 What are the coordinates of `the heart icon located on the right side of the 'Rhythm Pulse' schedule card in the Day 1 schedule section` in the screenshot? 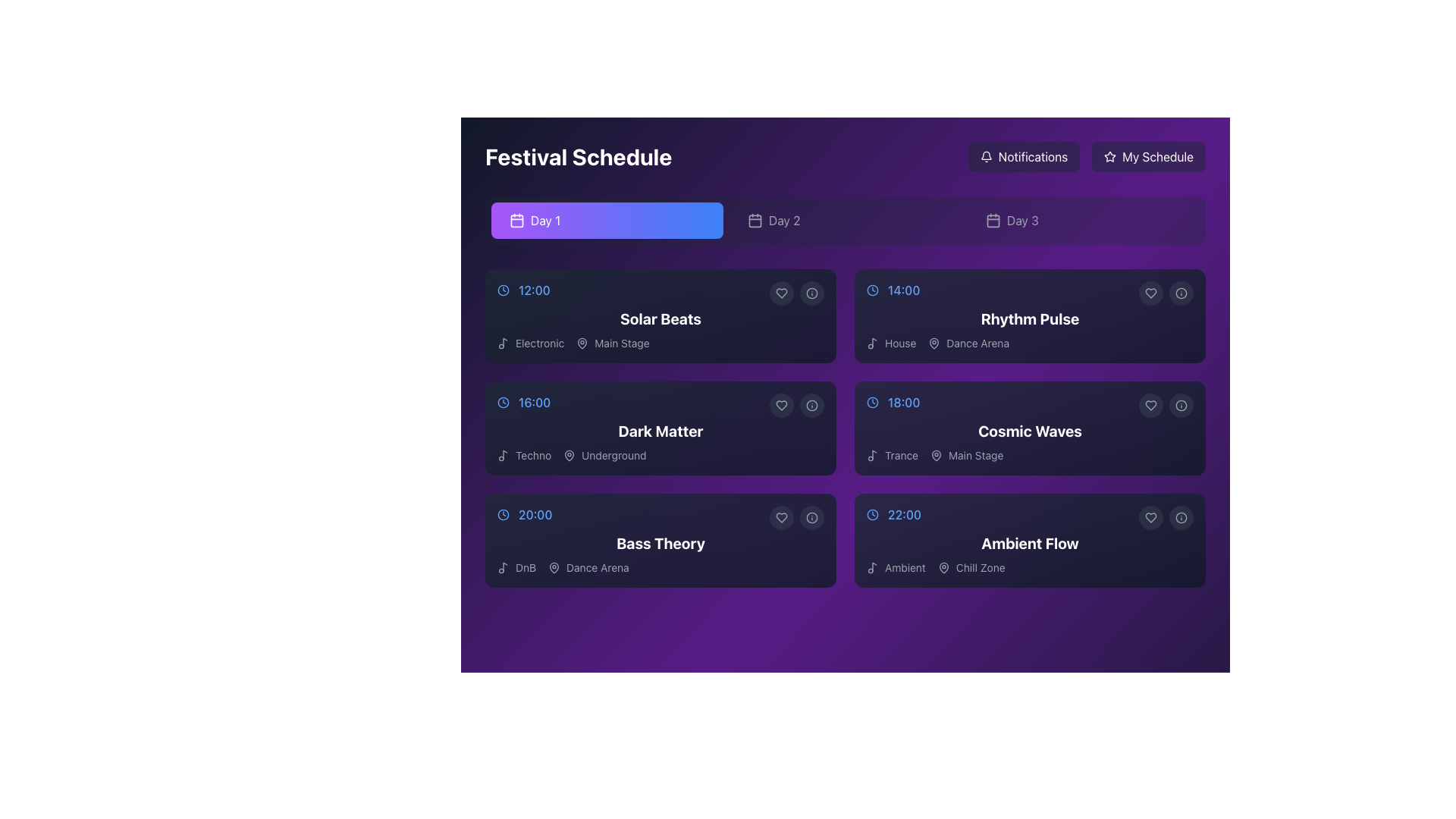 It's located at (1150, 293).